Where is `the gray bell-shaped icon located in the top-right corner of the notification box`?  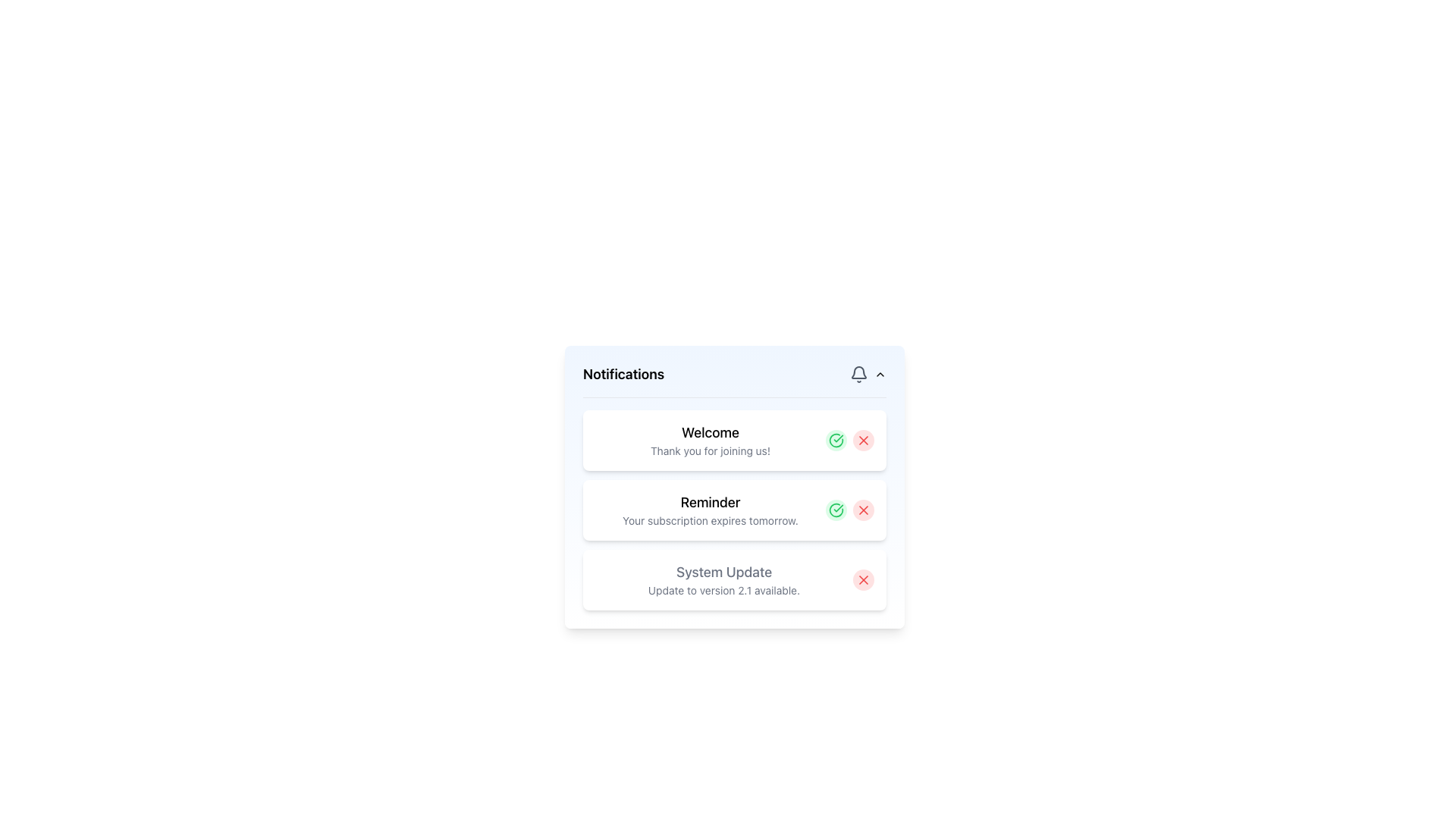
the gray bell-shaped icon located in the top-right corner of the notification box is located at coordinates (858, 374).